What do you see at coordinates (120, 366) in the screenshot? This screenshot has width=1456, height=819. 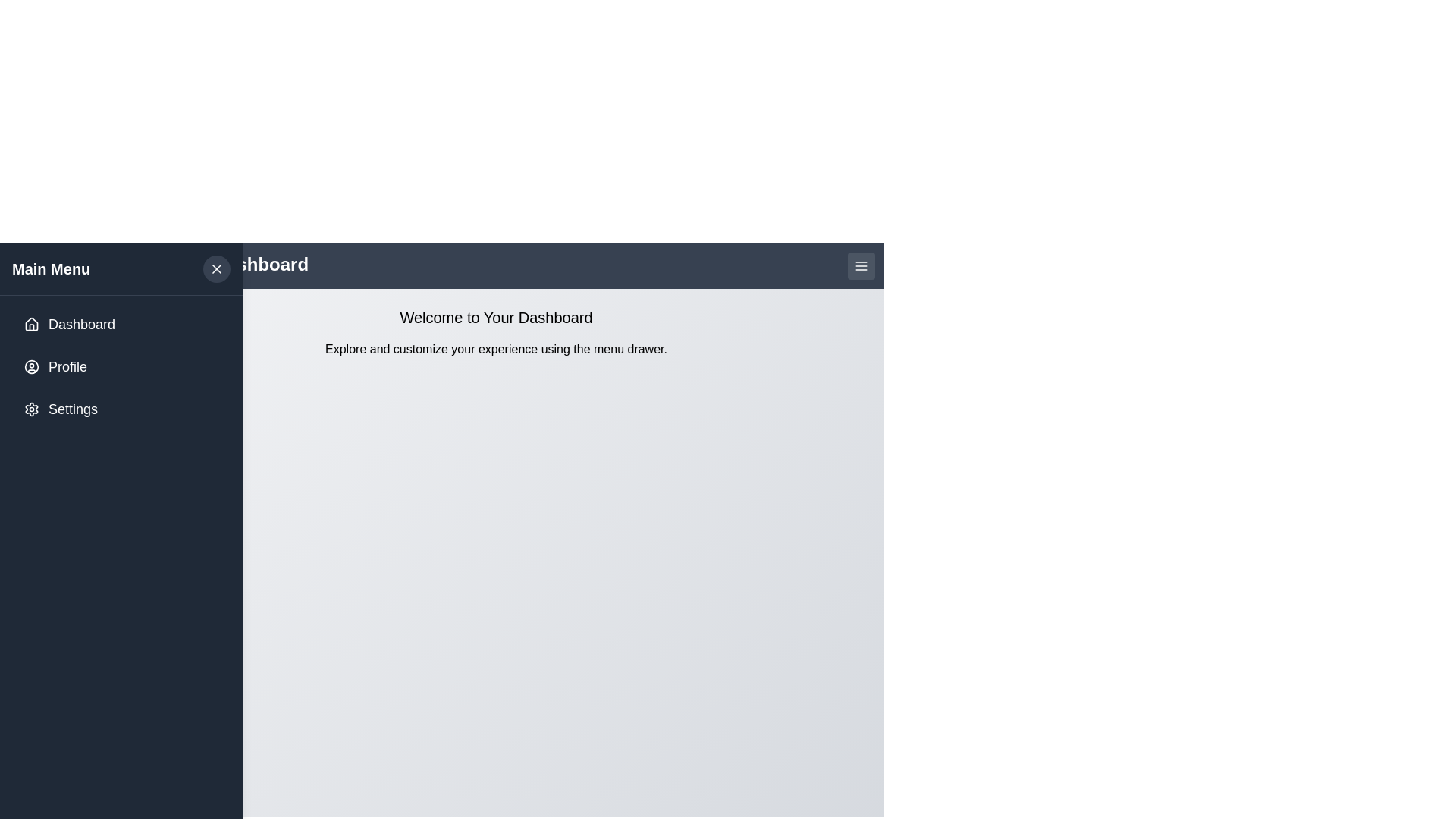 I see `the 'Profile' menu item, which is the second item in the vertical list under the 'Main Menu'` at bounding box center [120, 366].